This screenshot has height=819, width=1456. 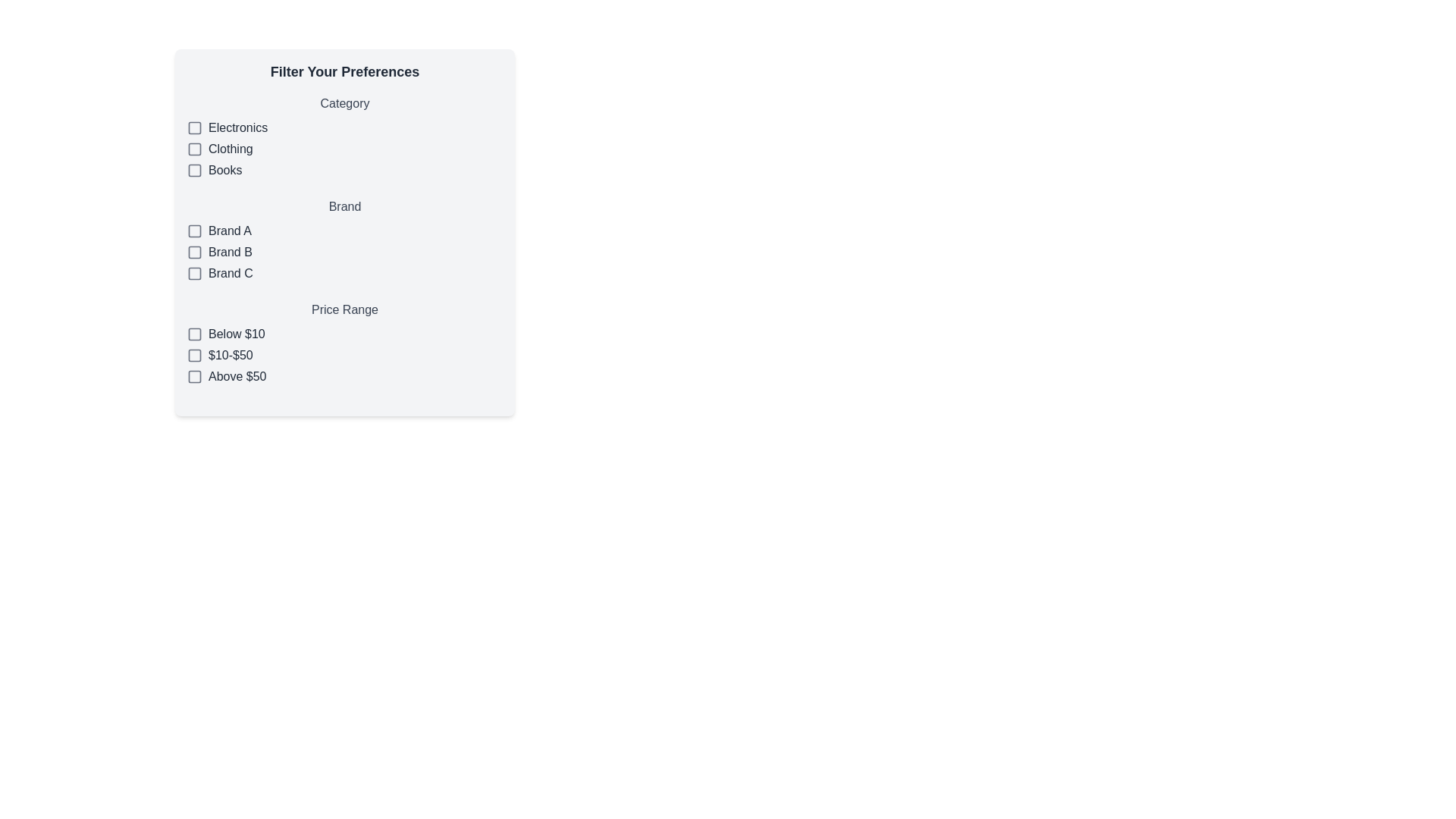 I want to click on the empty square checkbox under the 'Brand B' row, so click(x=194, y=251).